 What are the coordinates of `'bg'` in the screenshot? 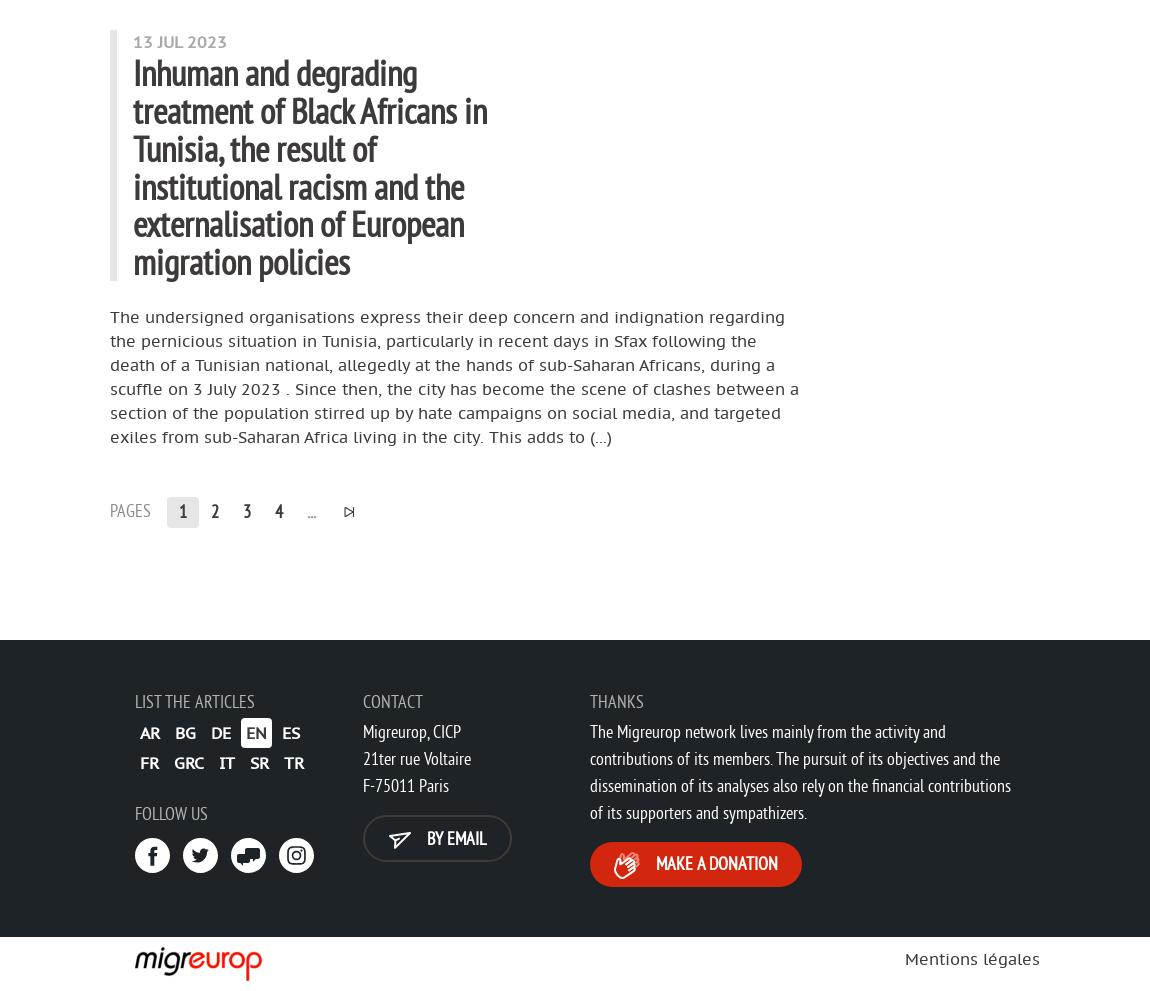 It's located at (184, 730).